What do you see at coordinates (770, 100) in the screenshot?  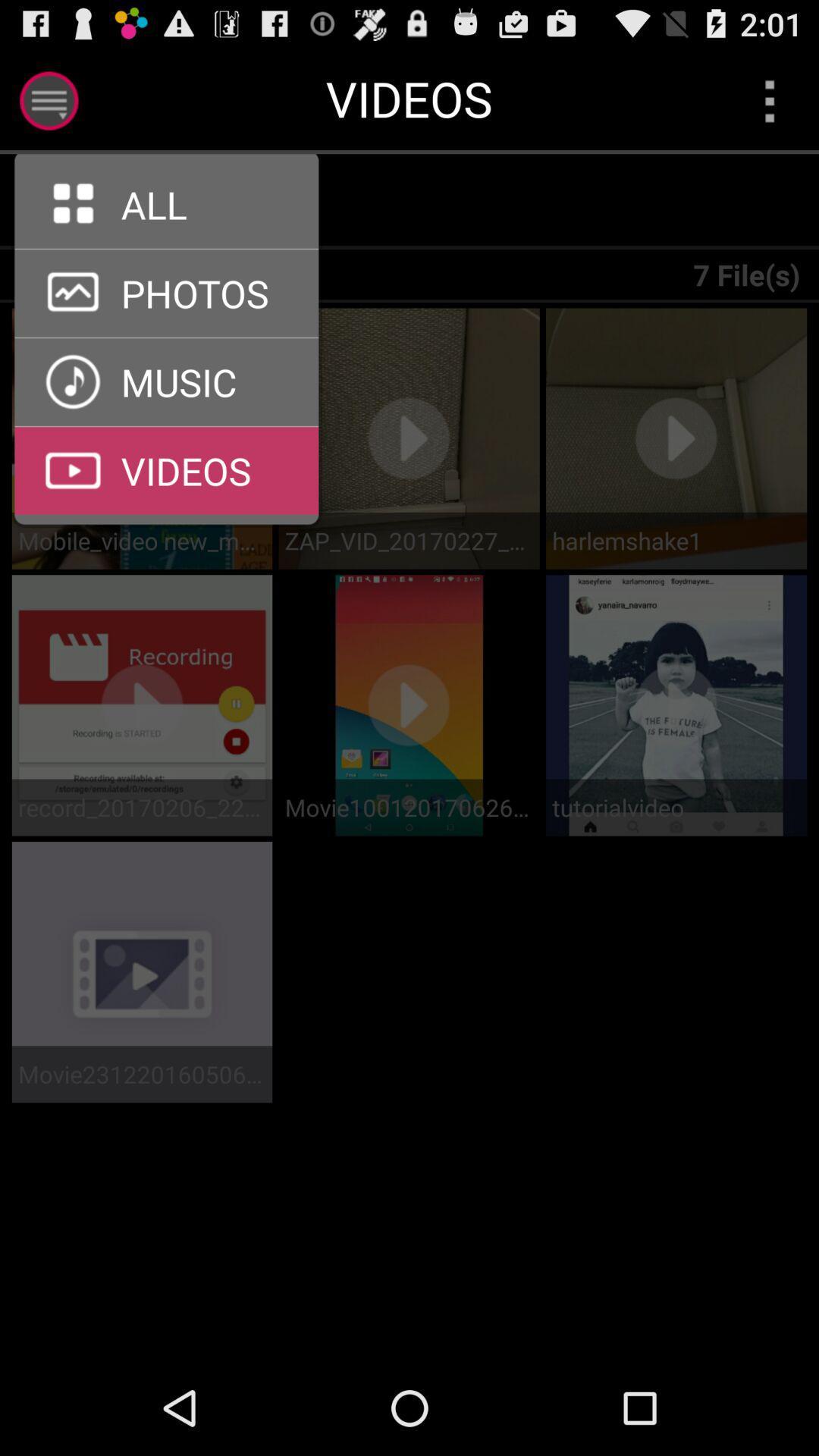 I see `more options` at bounding box center [770, 100].